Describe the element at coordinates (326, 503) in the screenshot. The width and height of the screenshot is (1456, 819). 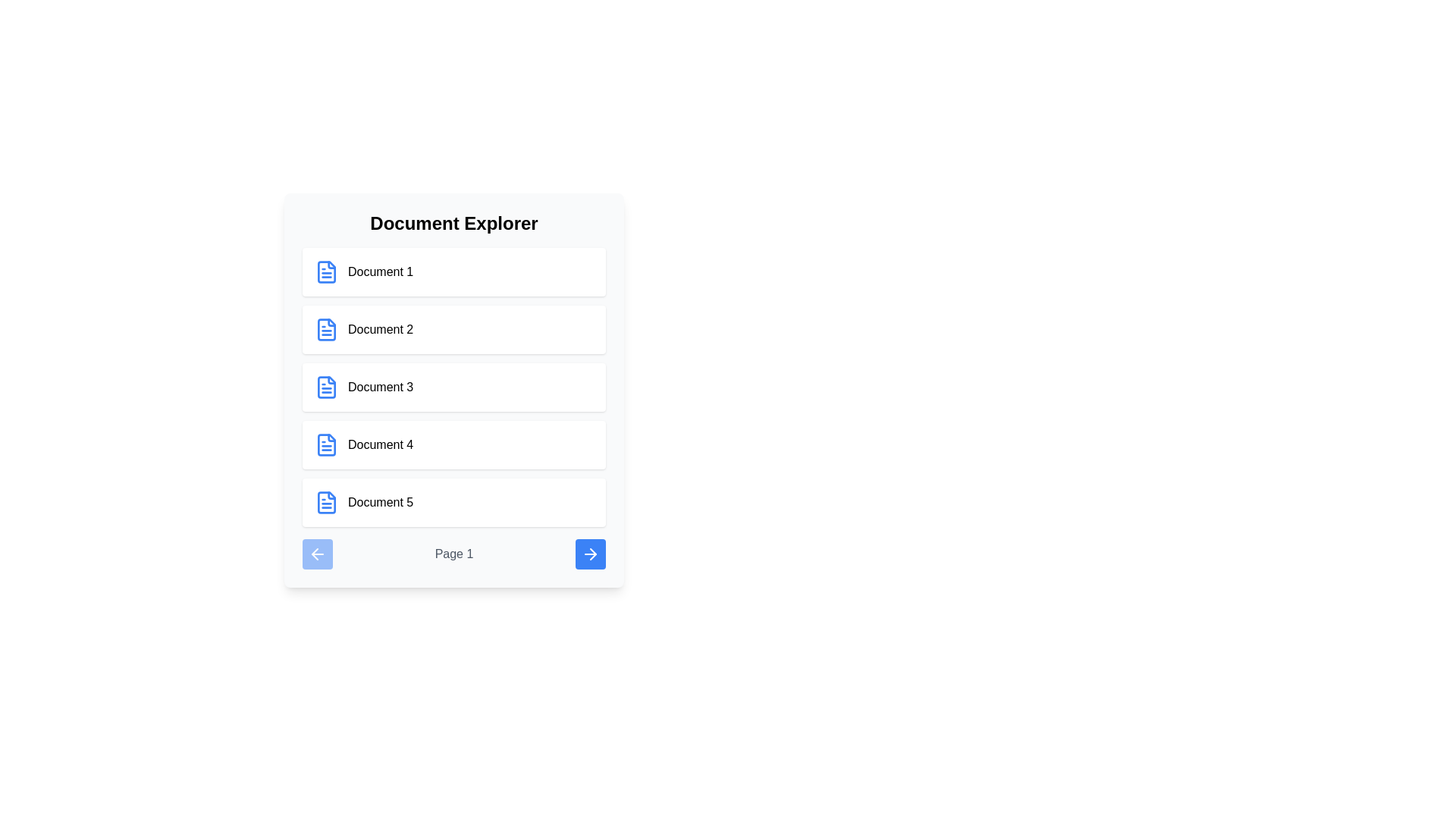
I see `the document icon with a blue background and white outline located in the fifth entry of the 'Document Explorer' list, adjacent to 'Document 5'` at that location.